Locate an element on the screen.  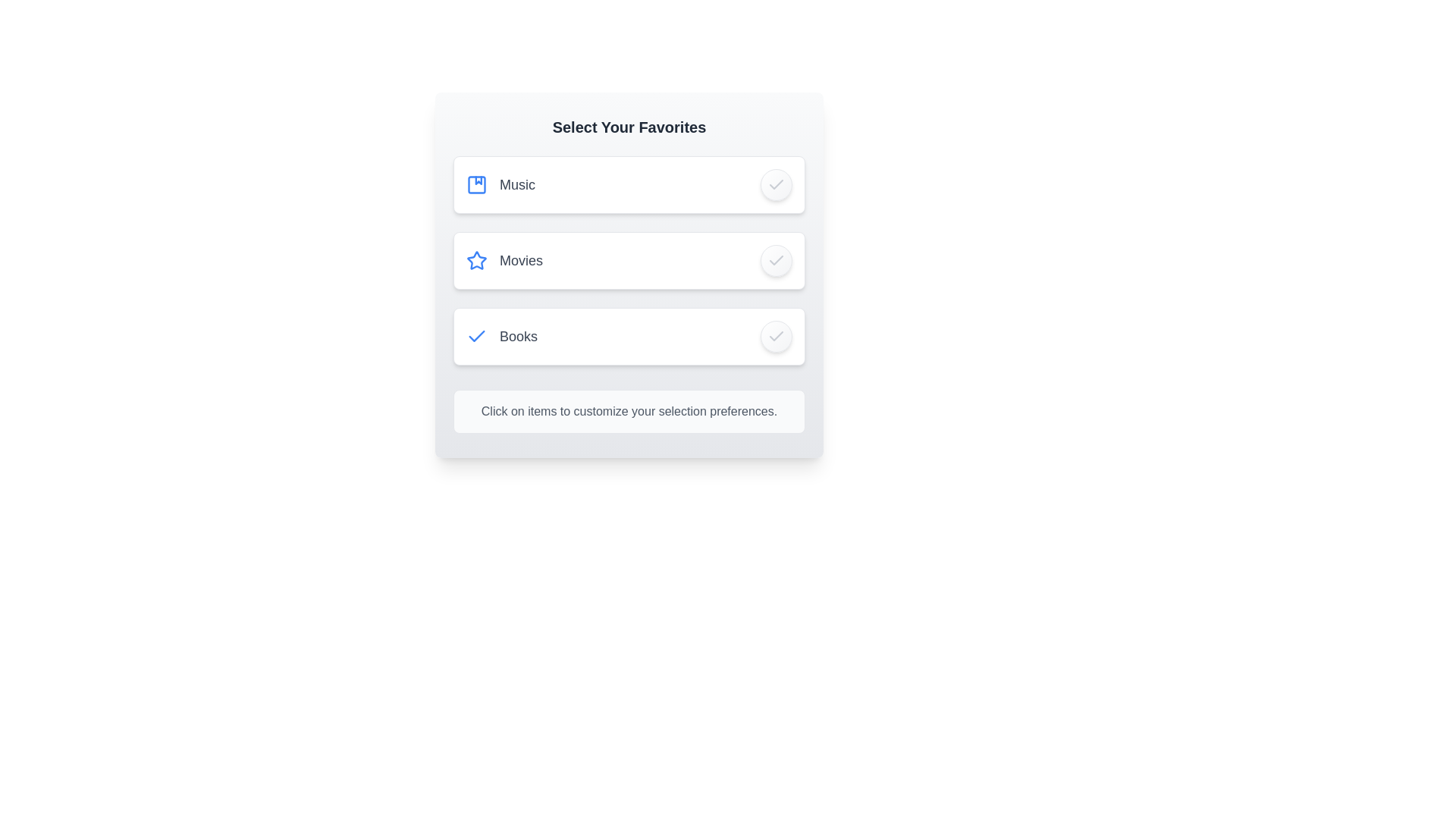
the Interactive selection card labeled 'Movies' is located at coordinates (629, 275).